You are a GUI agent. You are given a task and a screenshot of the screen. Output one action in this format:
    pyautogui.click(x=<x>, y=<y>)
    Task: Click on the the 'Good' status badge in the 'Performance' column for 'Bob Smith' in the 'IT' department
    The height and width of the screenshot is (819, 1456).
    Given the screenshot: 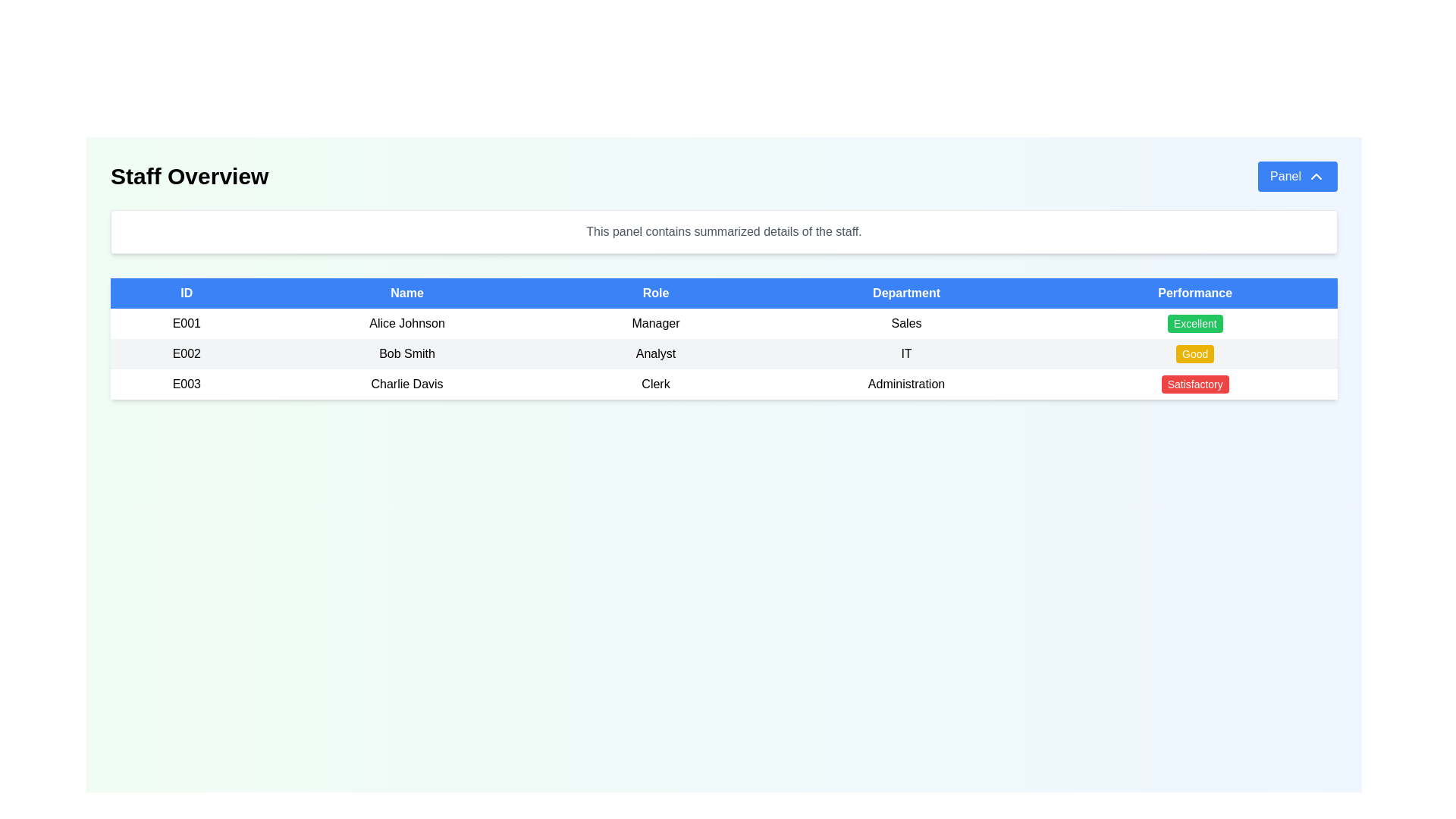 What is the action you would take?
    pyautogui.click(x=1194, y=353)
    